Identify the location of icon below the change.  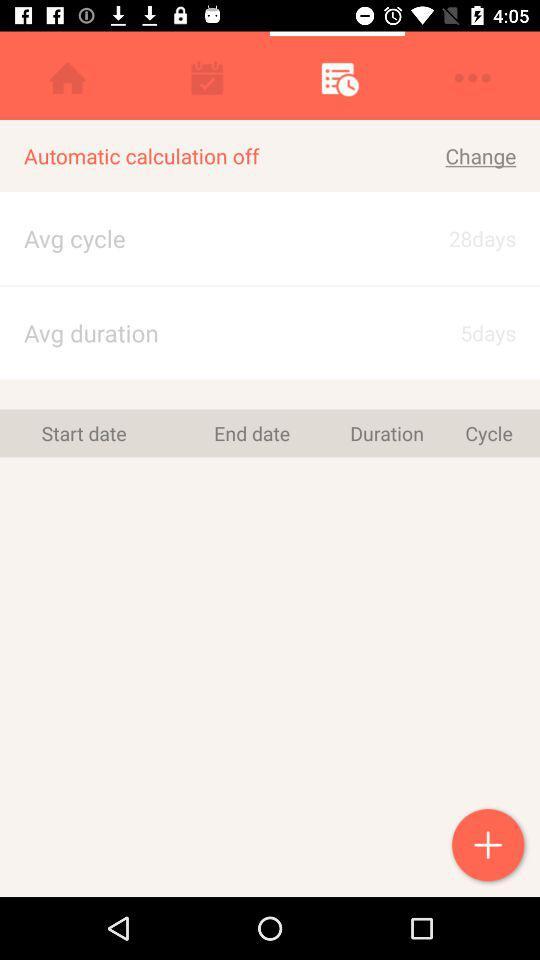
(463, 238).